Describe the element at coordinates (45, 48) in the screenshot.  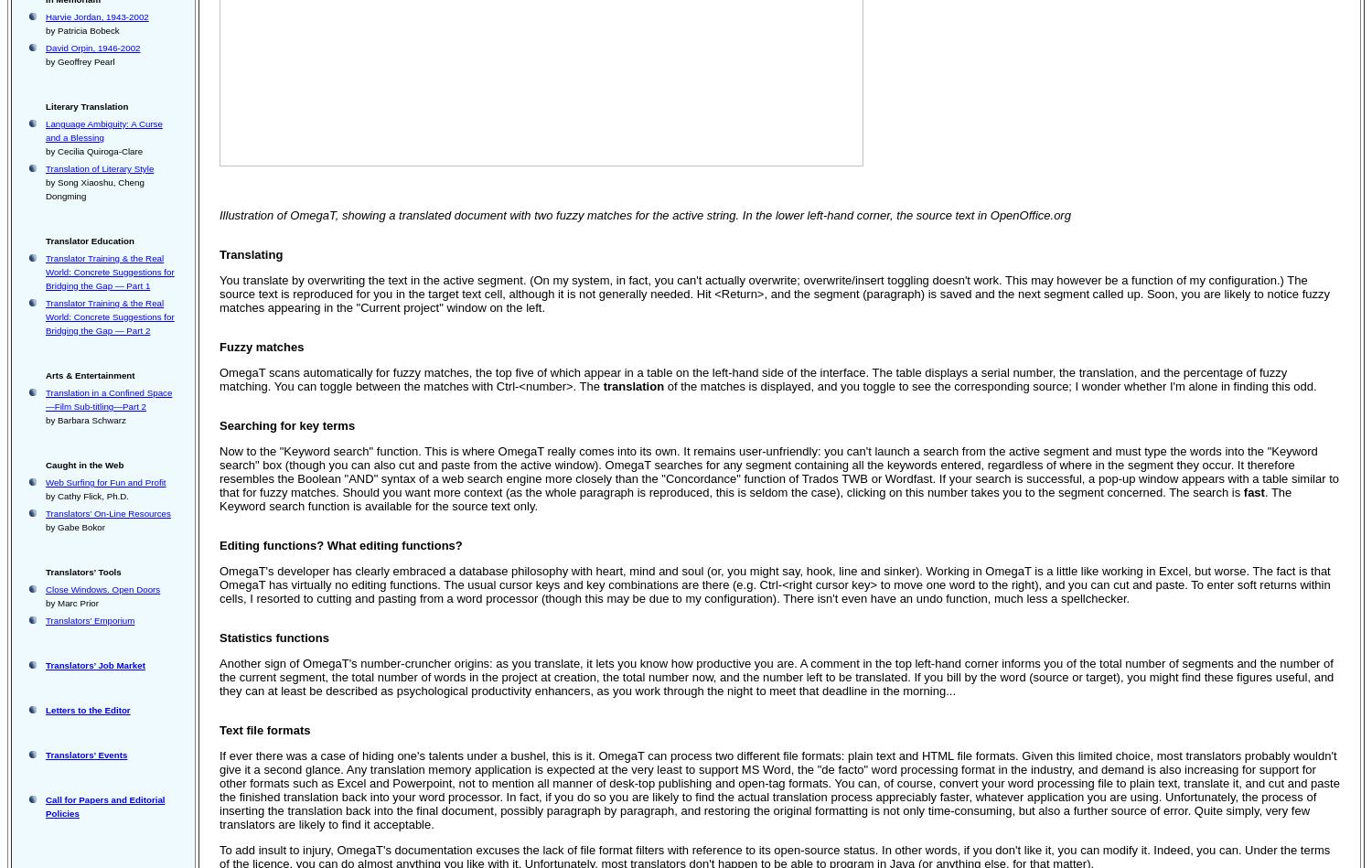
I see `'David Orpin, 1946-2002'` at that location.